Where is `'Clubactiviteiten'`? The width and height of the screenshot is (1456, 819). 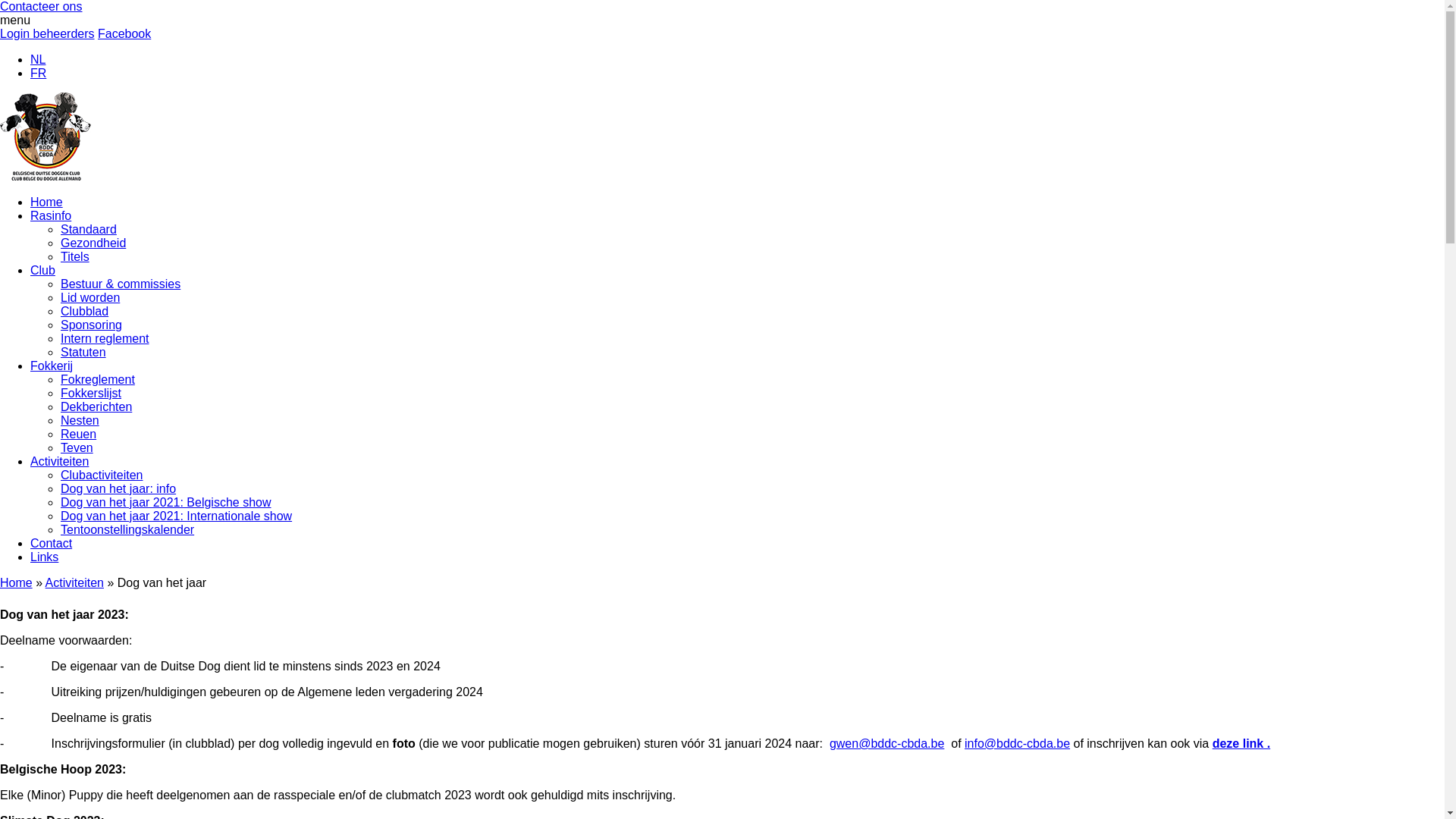 'Clubactiviteiten' is located at coordinates (101, 474).